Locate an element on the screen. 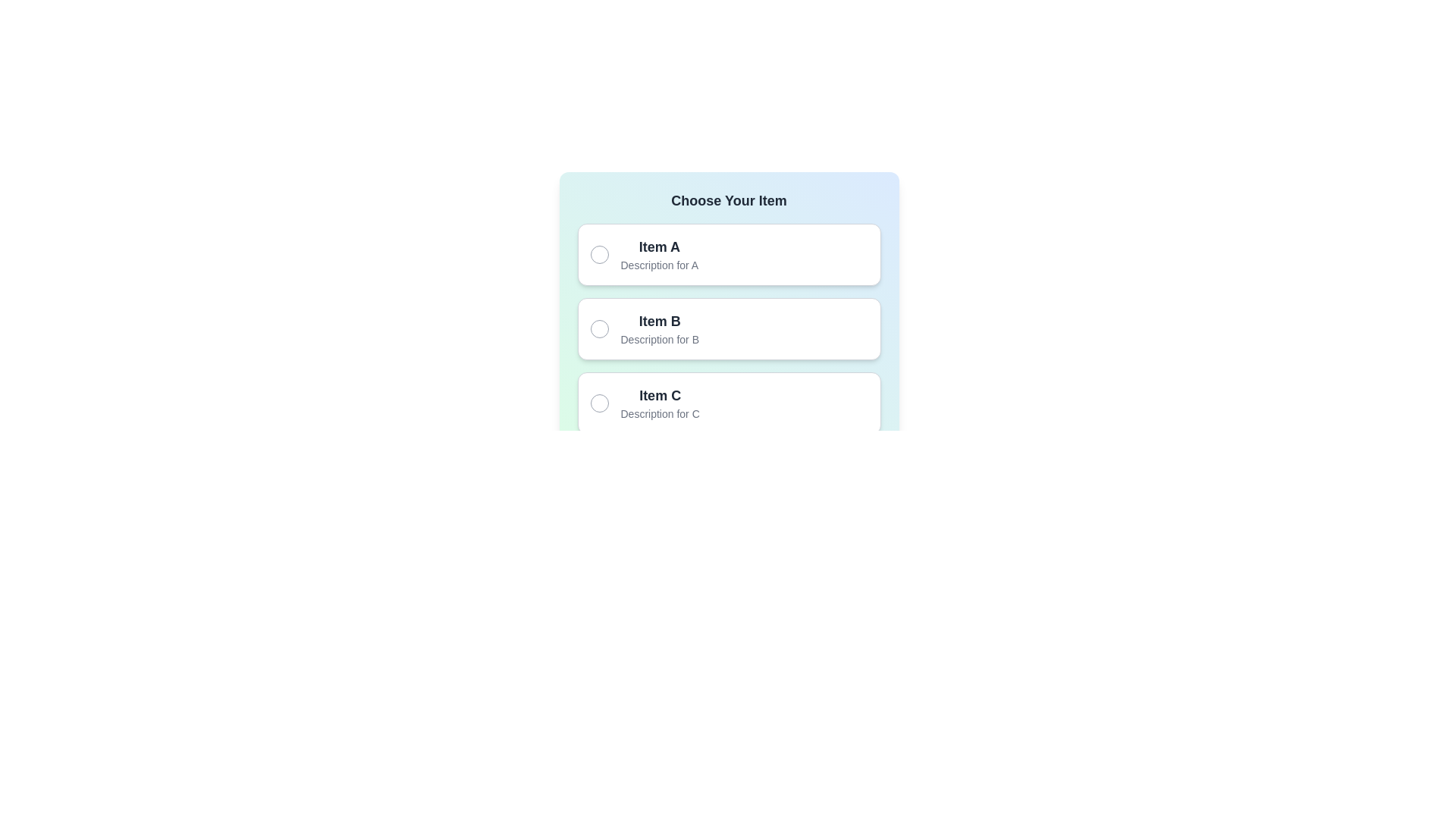 This screenshot has width=1456, height=819. the text label 'Item A' which is rendered in bold font and changes color on hover, located at the top of the list of selectable items is located at coordinates (659, 246).